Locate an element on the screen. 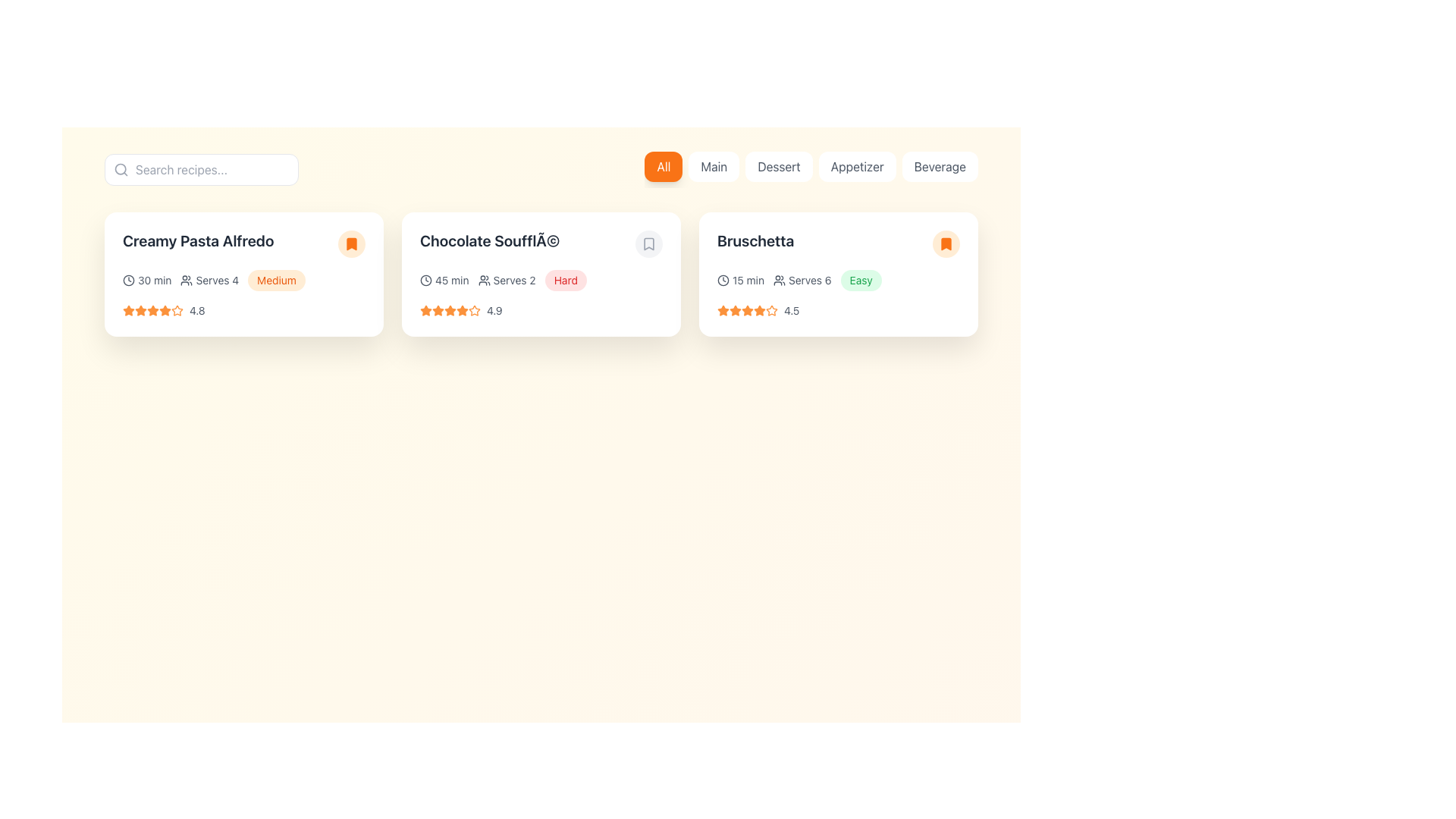 The width and height of the screenshot is (1456, 819). the fifth star icon in orange color located under the rating score of 'Creamy Pasta Alfredo' for interaction is located at coordinates (165, 309).